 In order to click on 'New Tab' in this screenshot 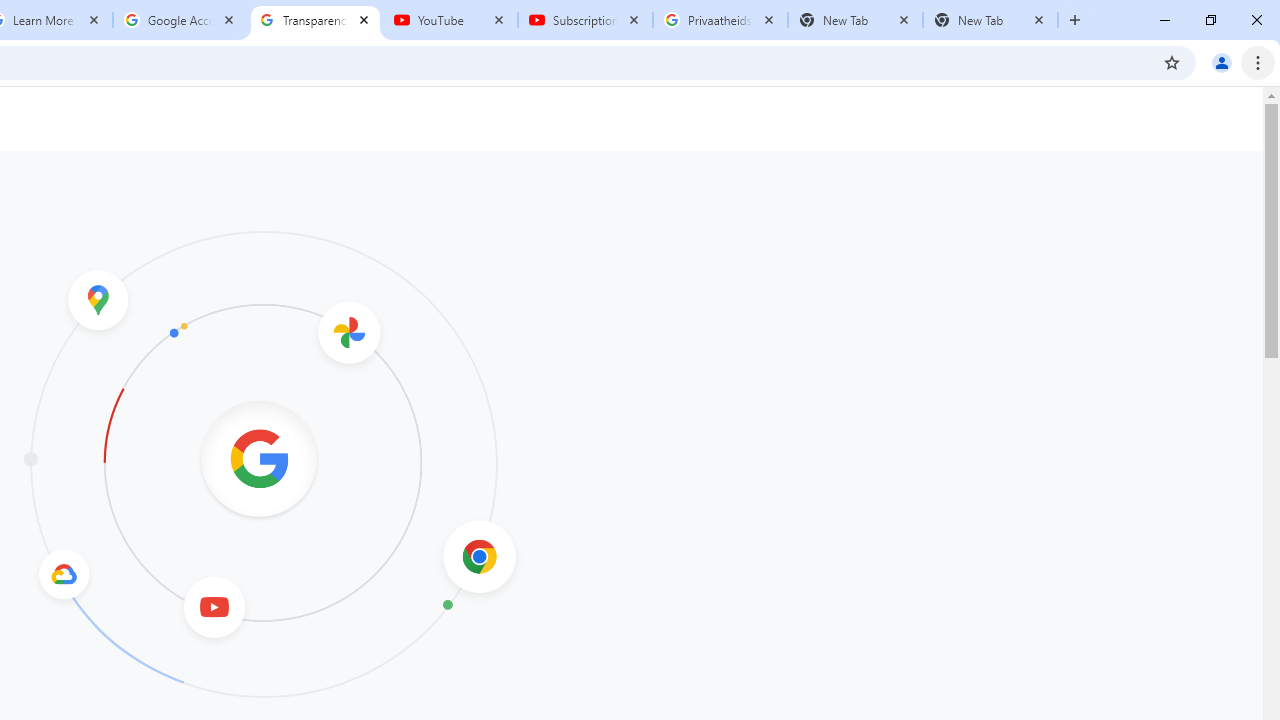, I will do `click(990, 20)`.